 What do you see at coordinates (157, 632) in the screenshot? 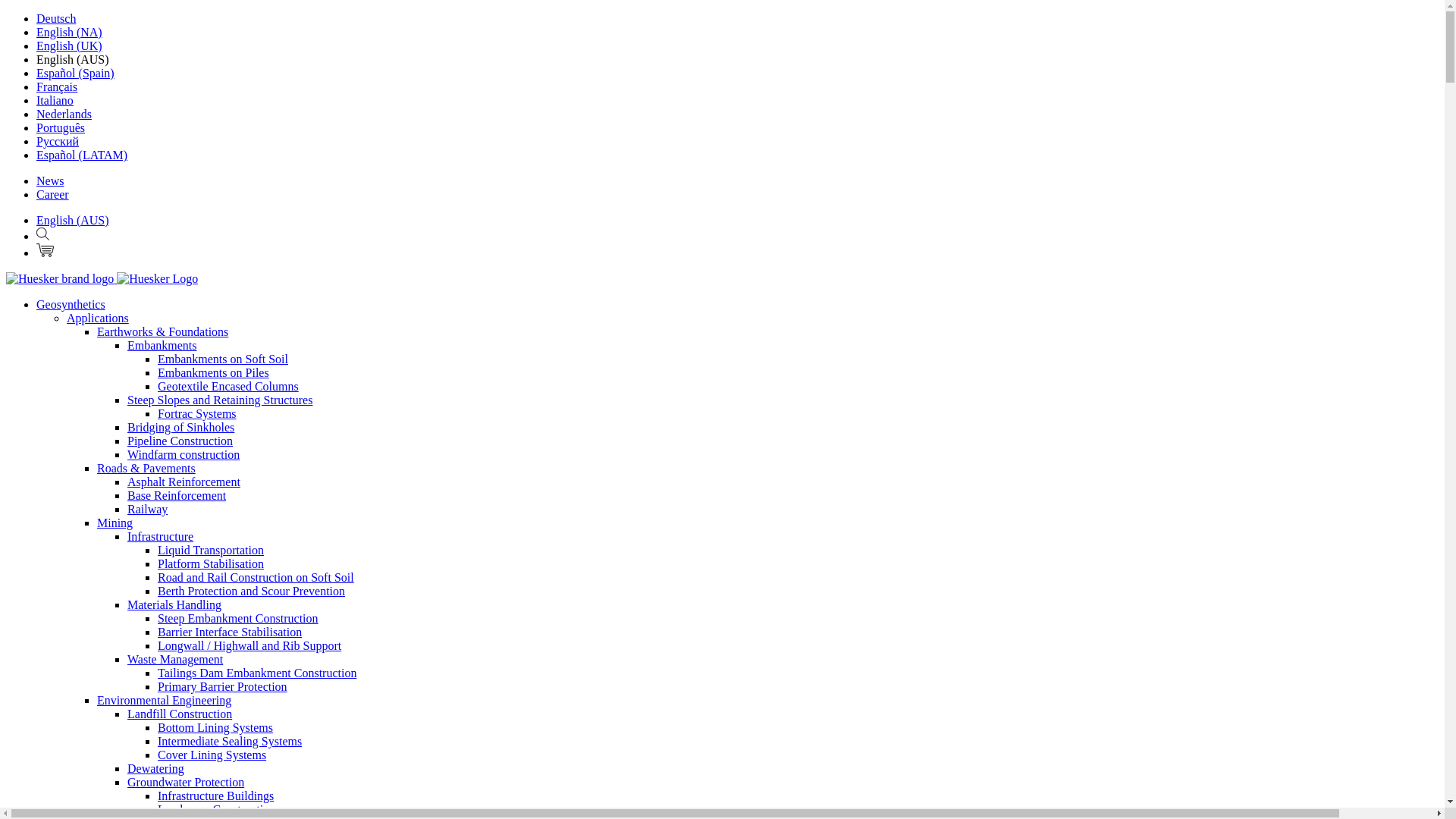
I see `'Barrier Interface Stabilisation'` at bounding box center [157, 632].